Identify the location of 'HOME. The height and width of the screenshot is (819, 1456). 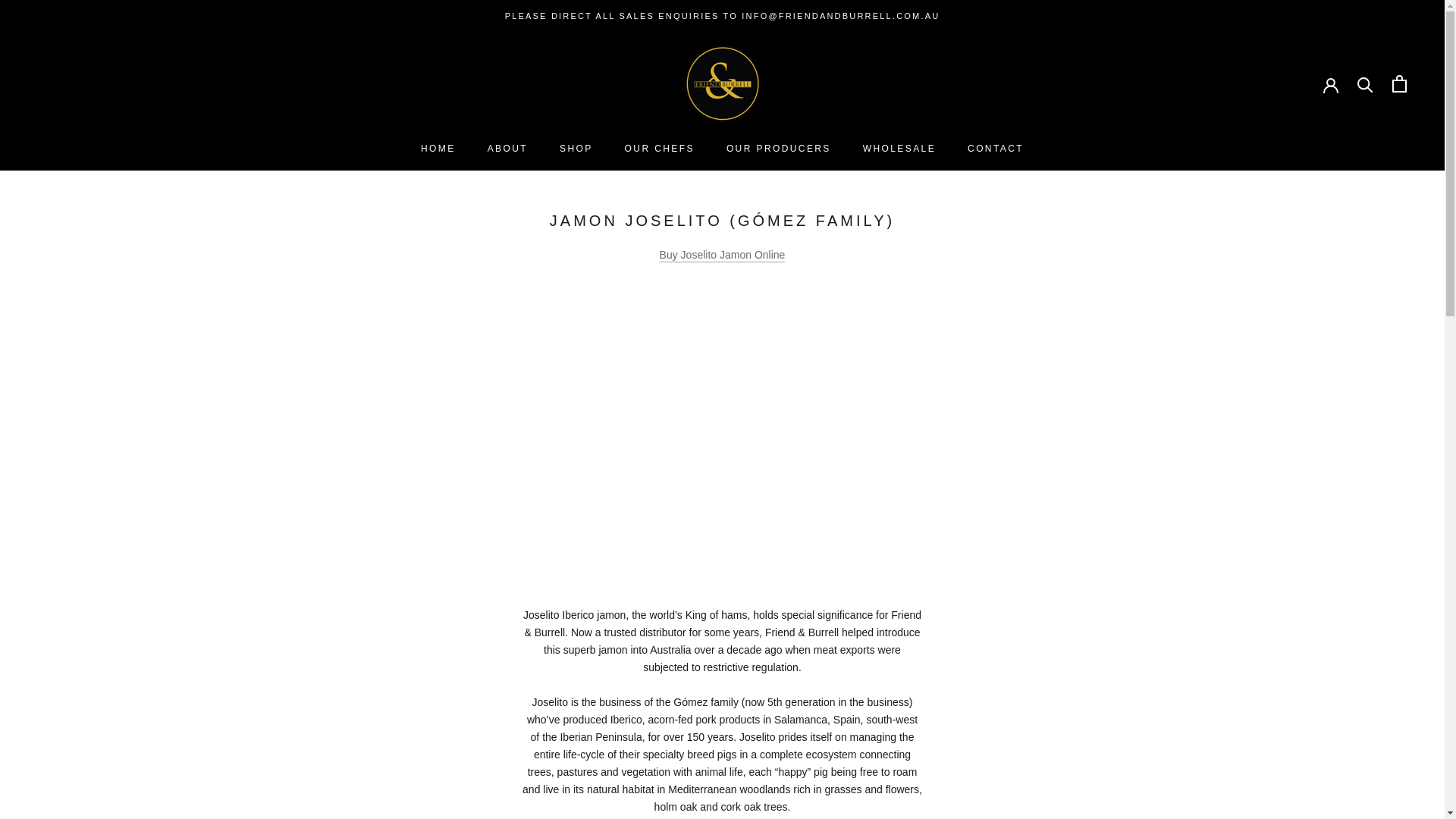
(421, 149).